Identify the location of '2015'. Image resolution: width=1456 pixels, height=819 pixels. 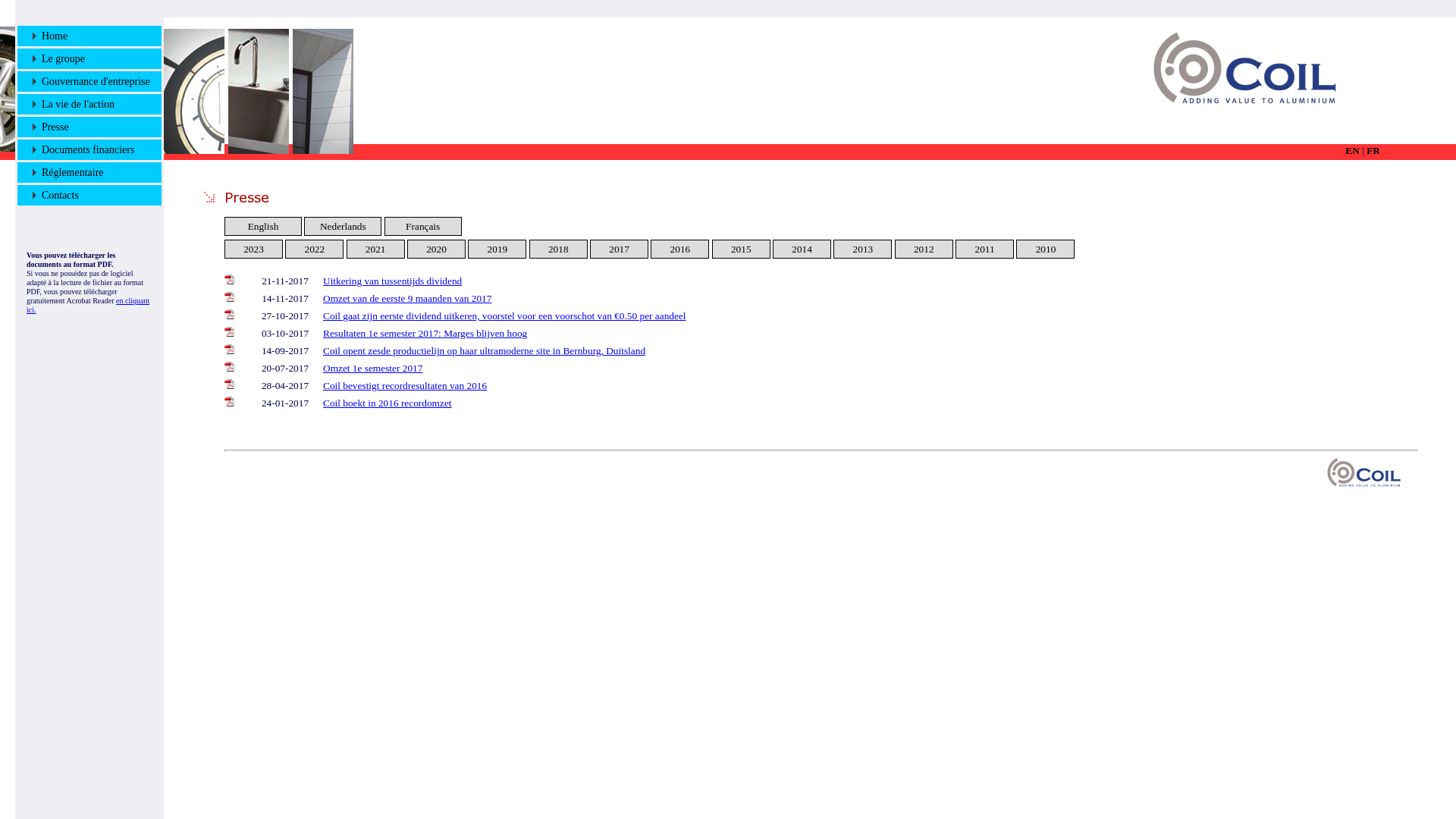
(741, 248).